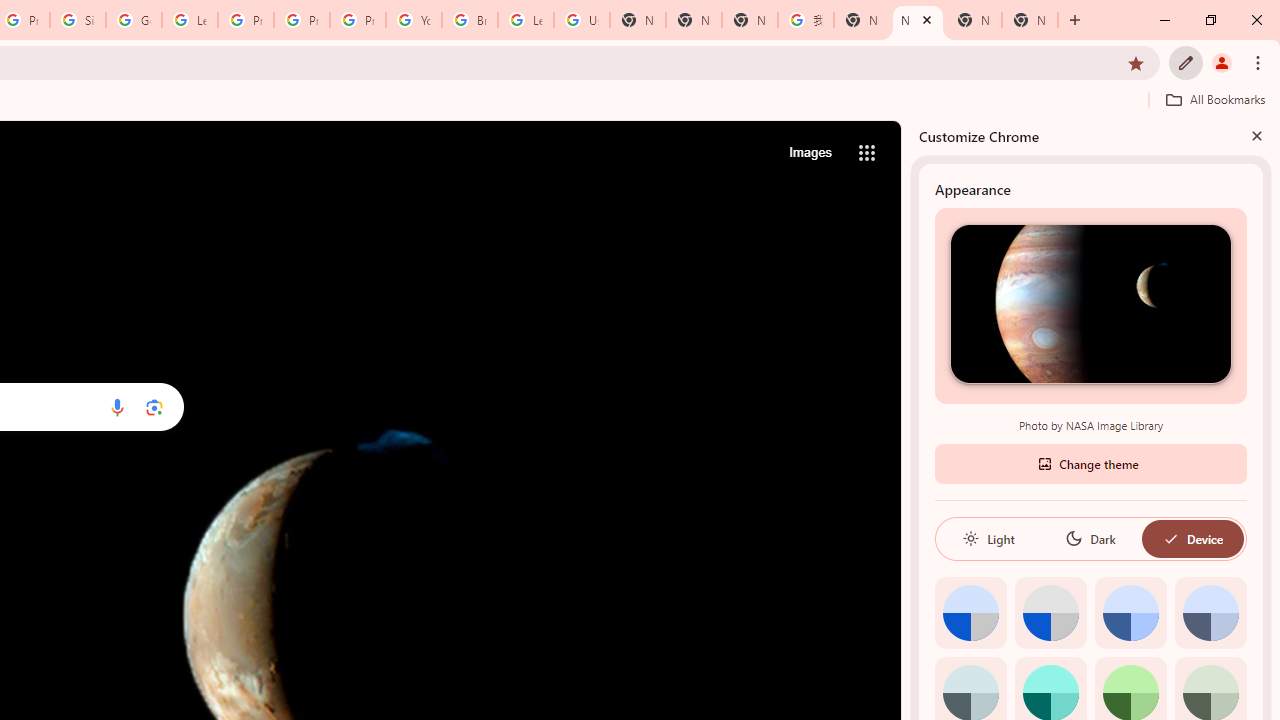 The image size is (1280, 720). Describe the element at coordinates (1209, 611) in the screenshot. I see `'Cool grey'` at that location.